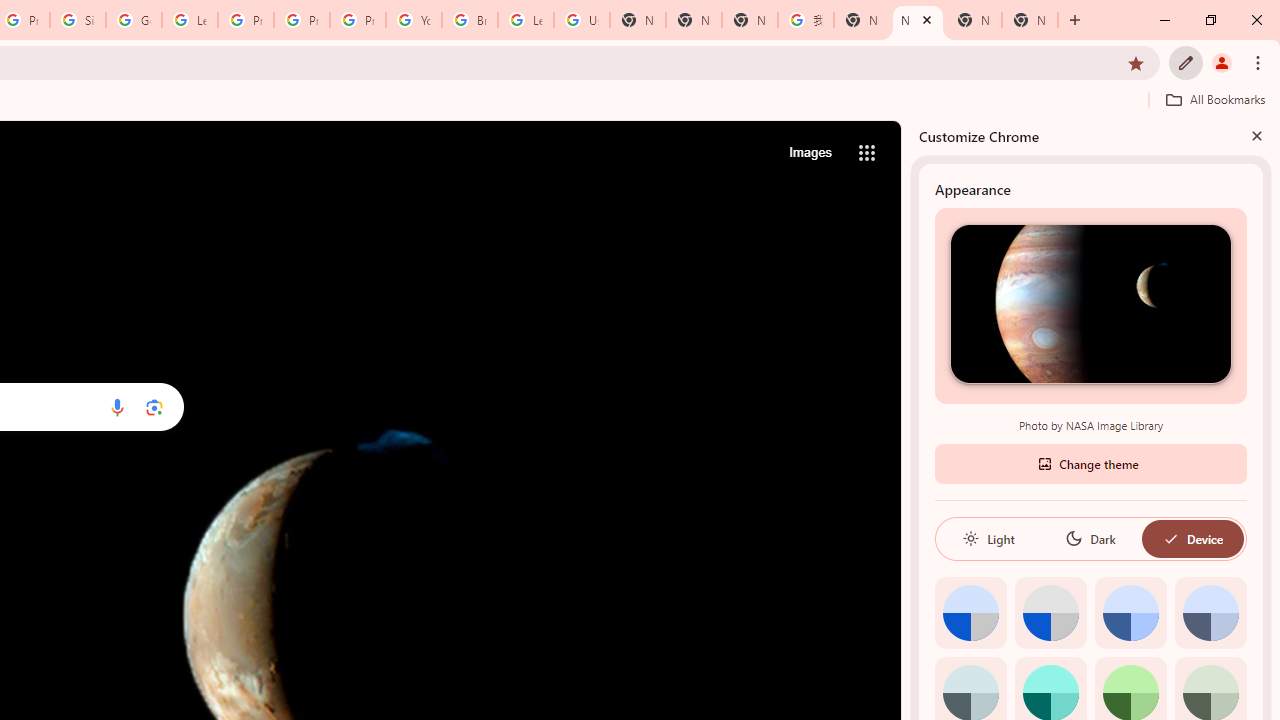 The image size is (1280, 720). Describe the element at coordinates (1209, 611) in the screenshot. I see `'Cool grey'` at that location.